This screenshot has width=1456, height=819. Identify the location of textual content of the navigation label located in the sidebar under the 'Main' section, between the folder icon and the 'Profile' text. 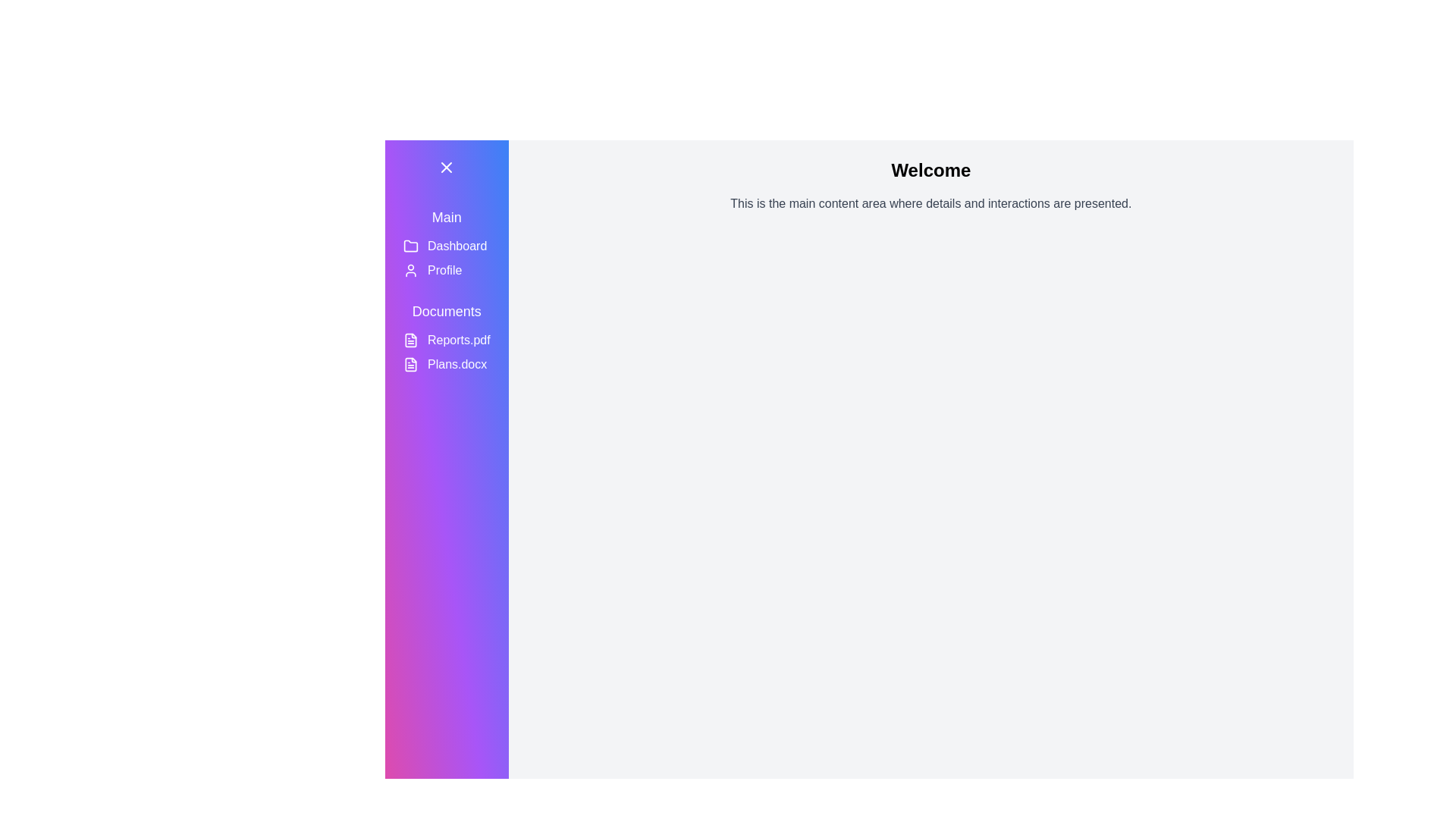
(457, 245).